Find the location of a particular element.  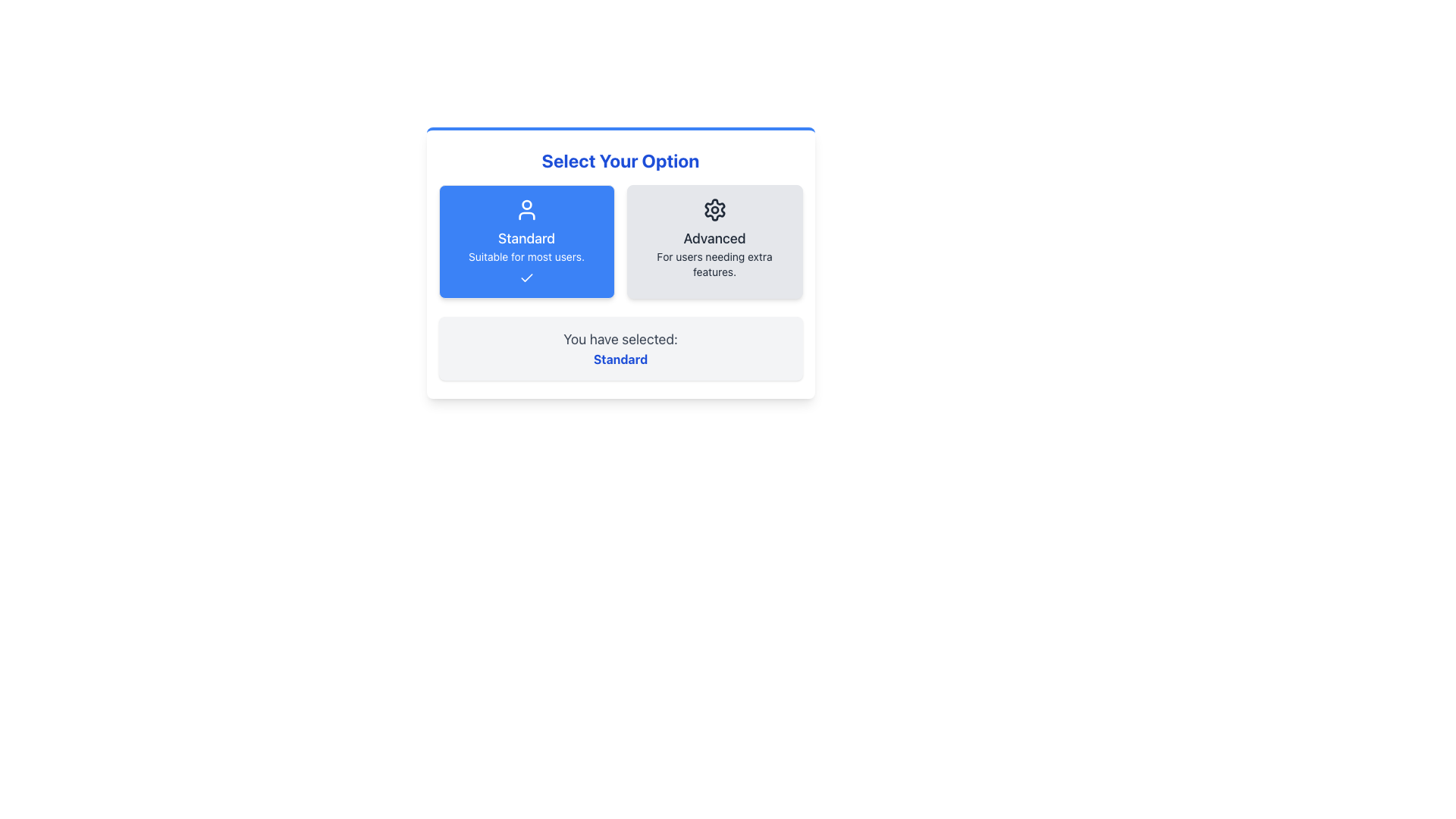

the text label that reads 'Suitable for most users.' which is styled in white on a blue background and is located below the 'Standard' label in the left card component is located at coordinates (526, 256).